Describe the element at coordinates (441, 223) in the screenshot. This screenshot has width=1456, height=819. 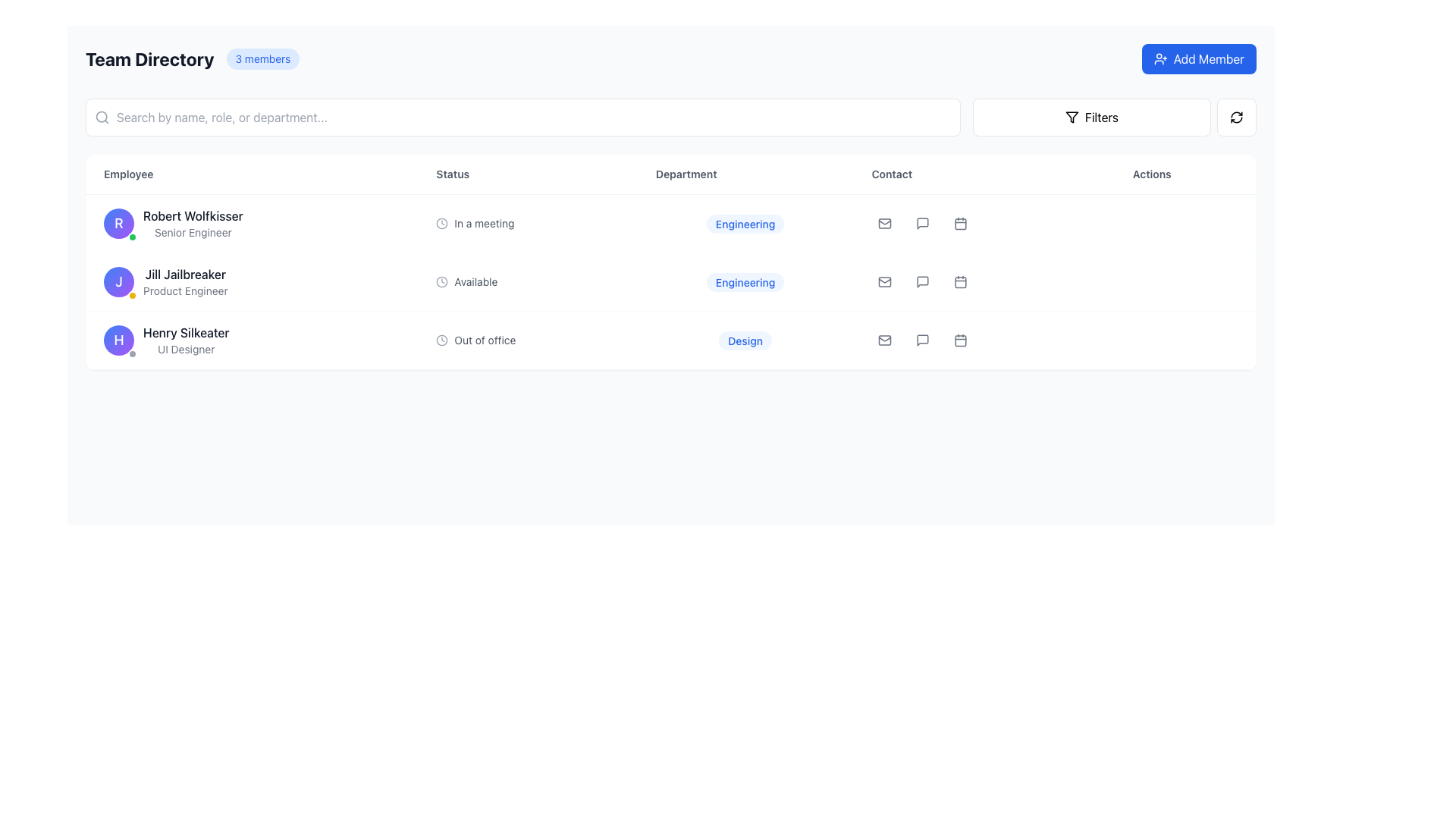
I see `the circular graphic icon resembling a clock in the 'Status' column of the first row, adjacent to the text 'In a meeting' for employee 'Robert Wolfkisser'` at that location.